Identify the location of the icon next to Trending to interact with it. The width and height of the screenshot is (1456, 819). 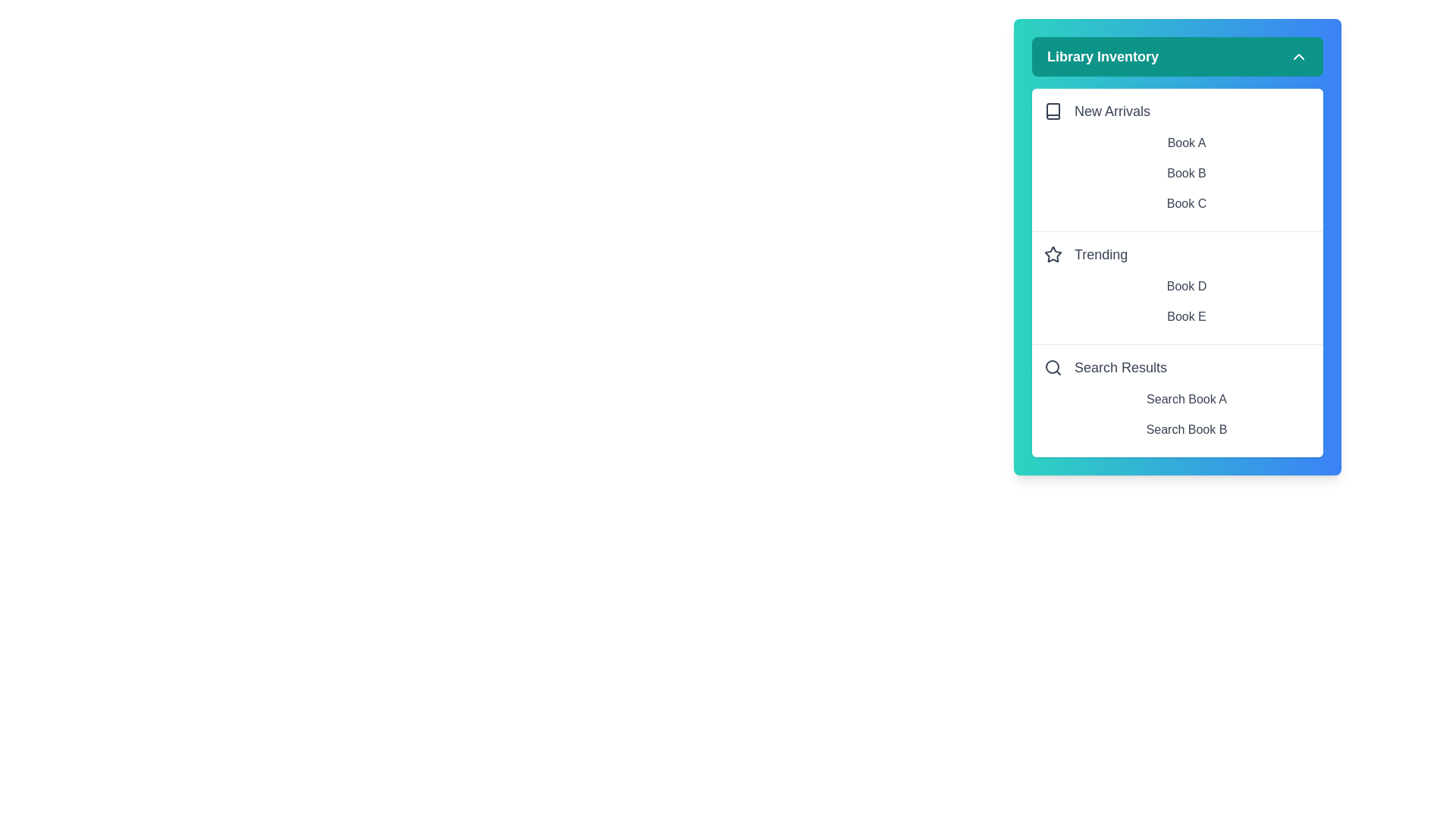
(1052, 253).